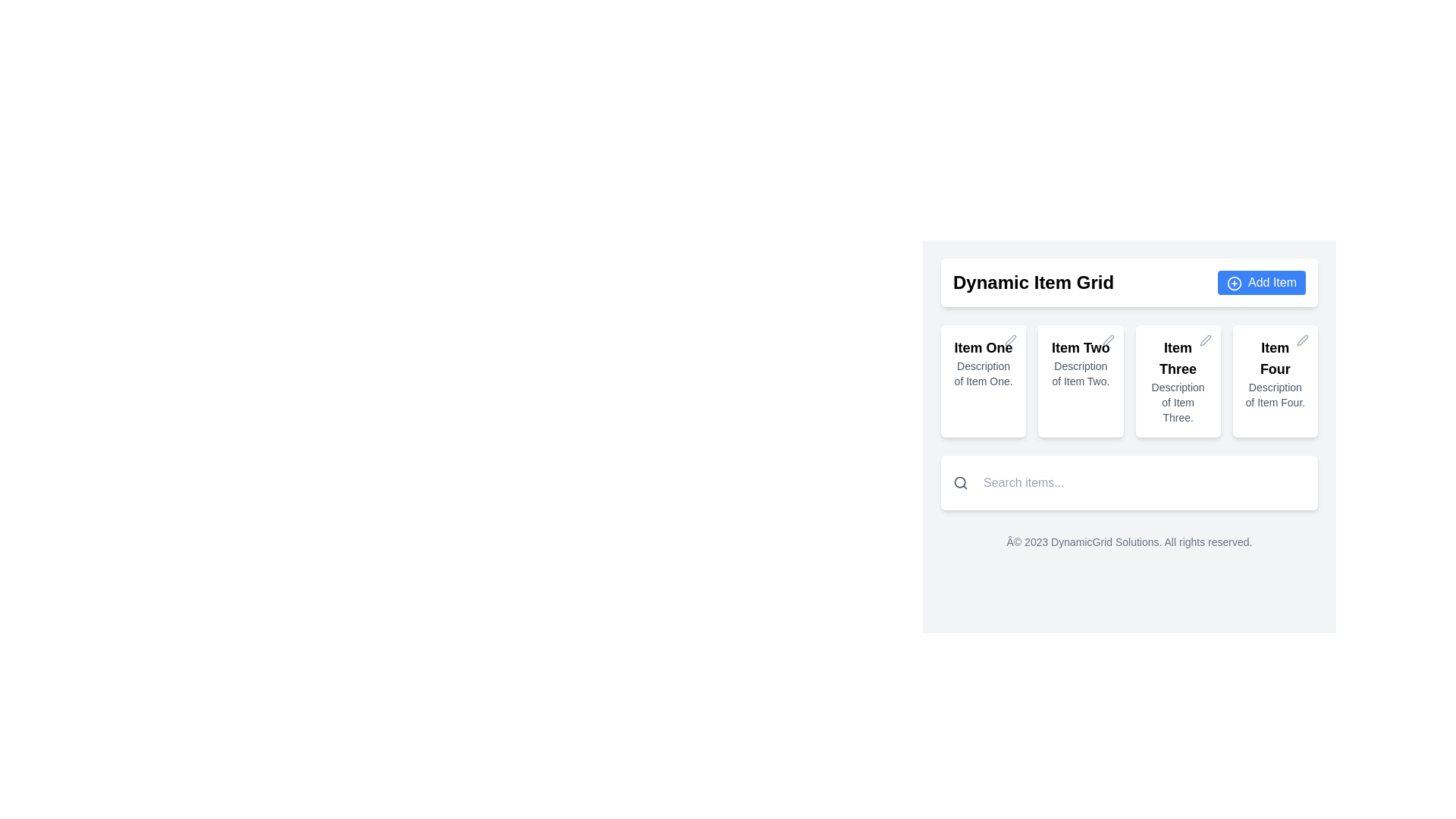 The image size is (1456, 819). I want to click on the pen icon button located in the top-right corner of the card labeled 'Item Two' to initiate the edit function, so click(1108, 339).